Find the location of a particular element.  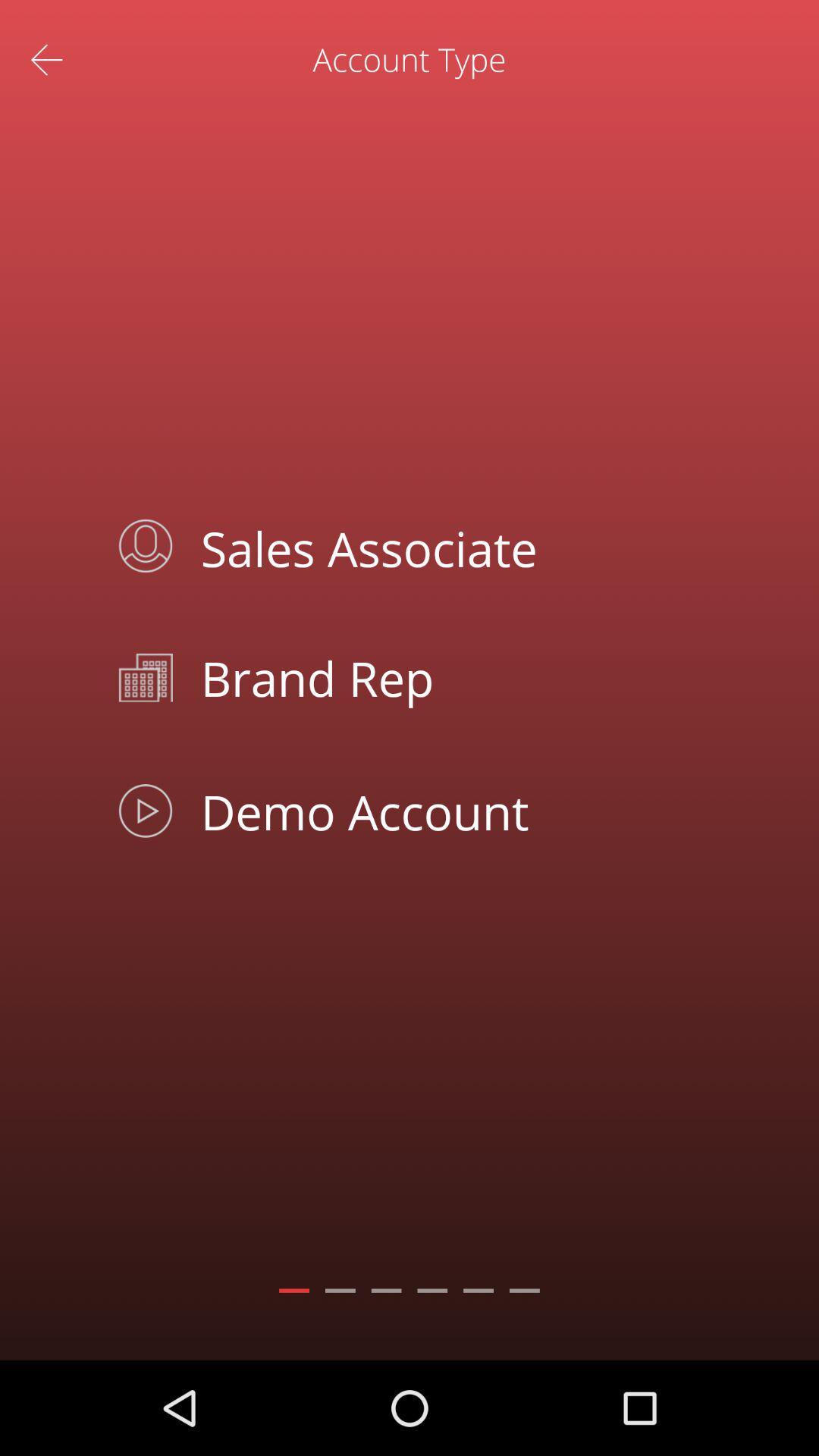

item below the sales associate icon is located at coordinates (444, 676).